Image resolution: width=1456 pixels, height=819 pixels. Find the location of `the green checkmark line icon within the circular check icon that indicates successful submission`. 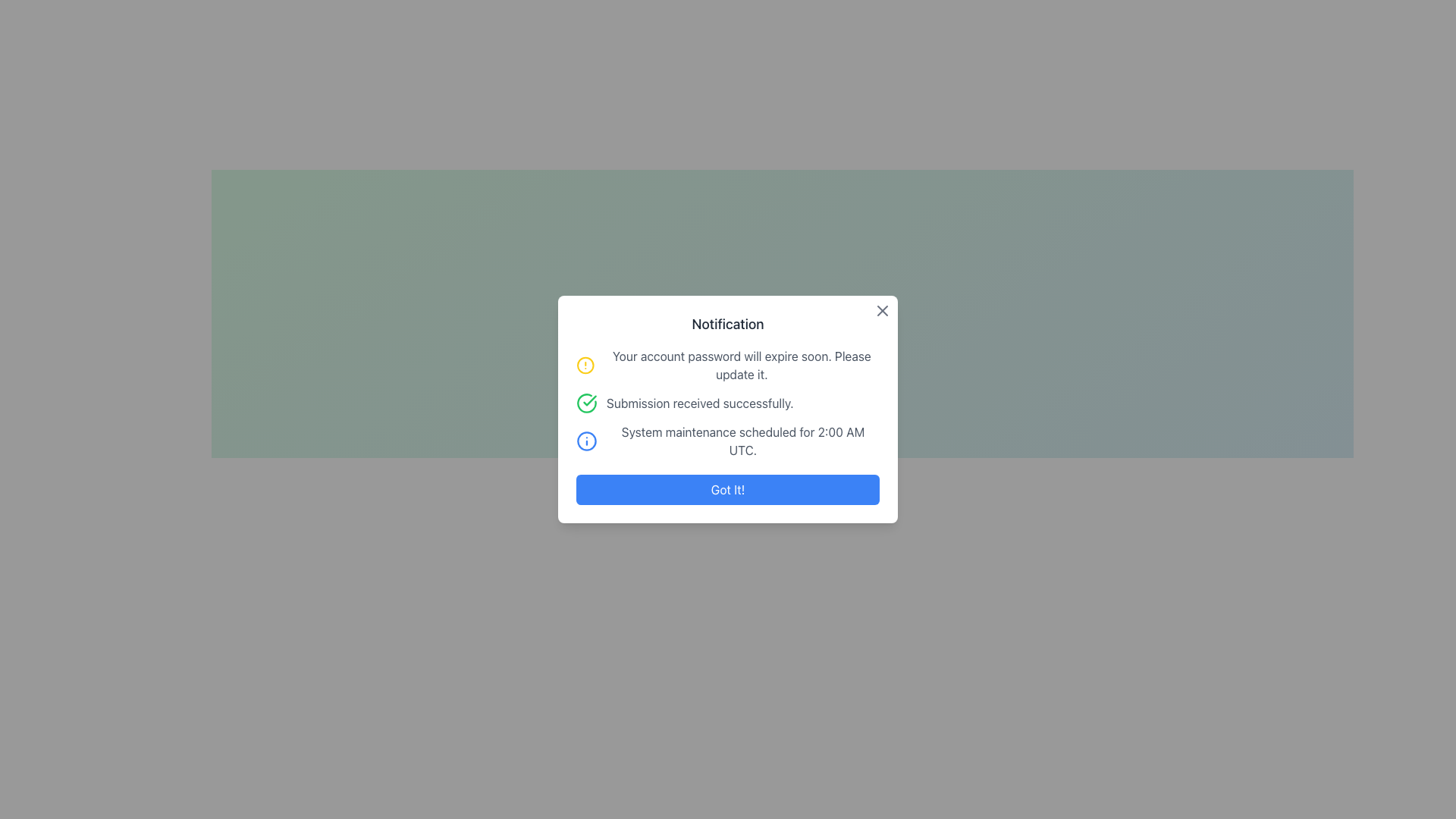

the green checkmark line icon within the circular check icon that indicates successful submission is located at coordinates (588, 400).